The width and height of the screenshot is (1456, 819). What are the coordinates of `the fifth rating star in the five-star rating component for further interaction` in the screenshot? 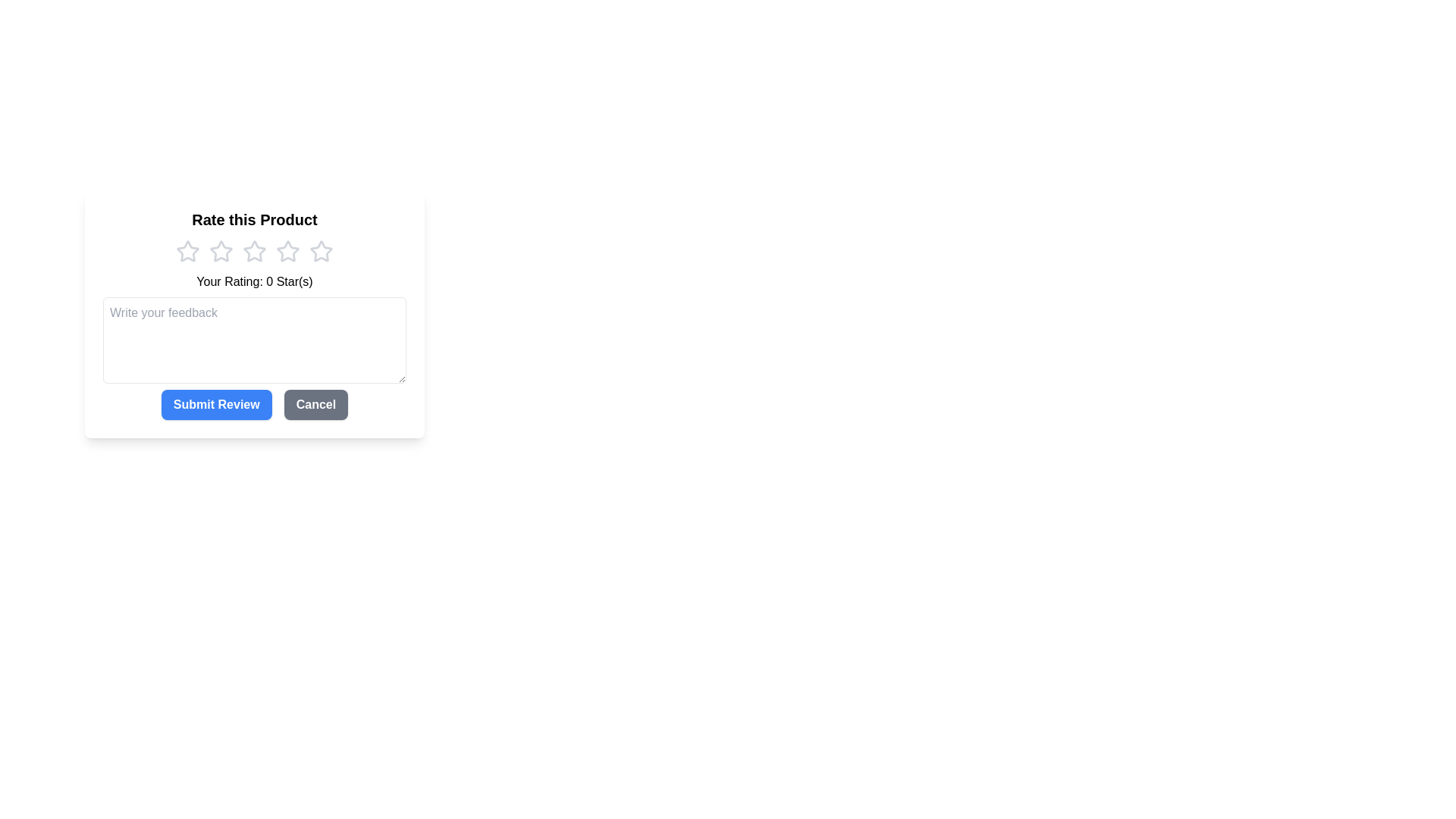 It's located at (320, 250).